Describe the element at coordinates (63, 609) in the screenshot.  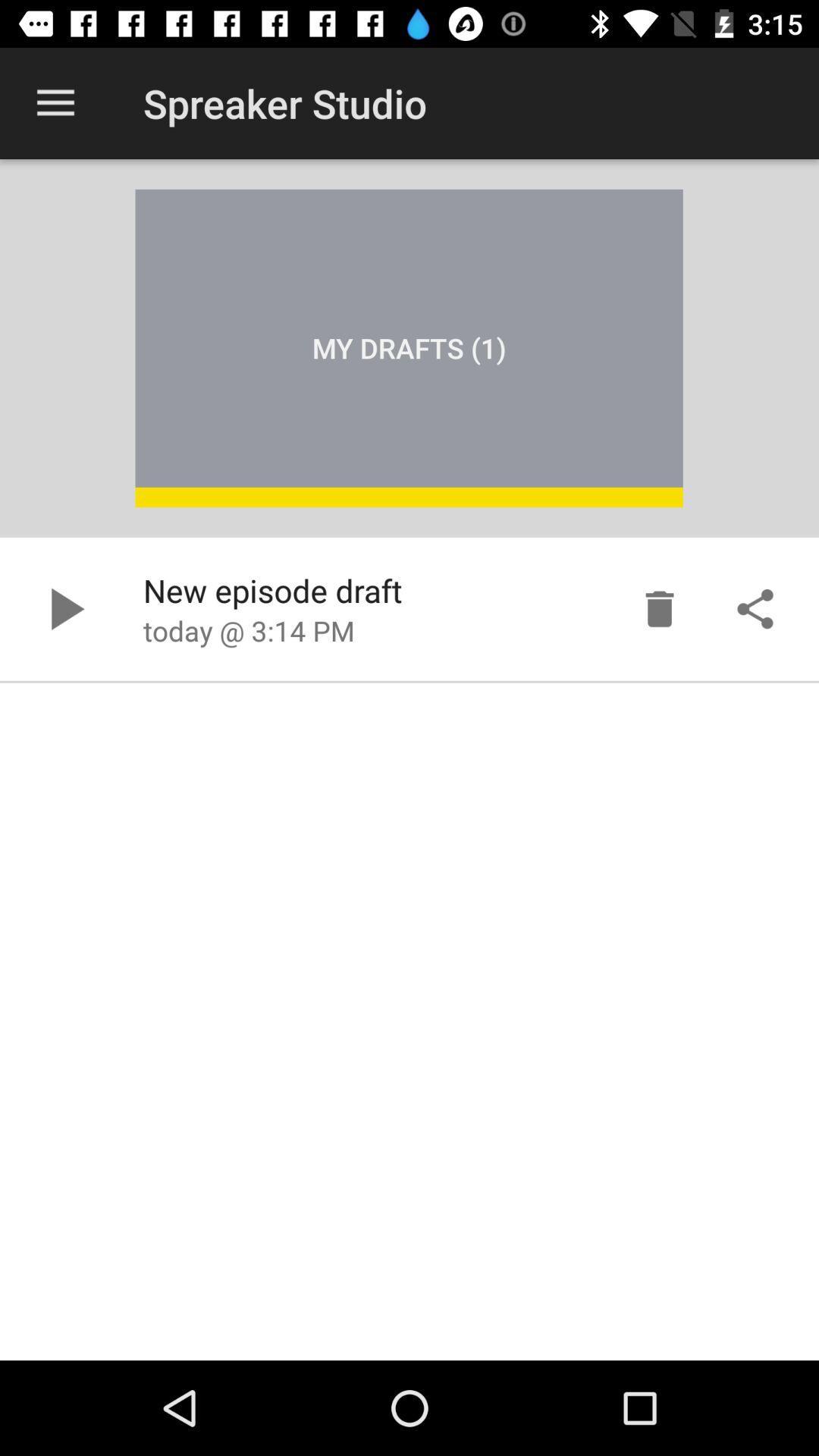
I see `podcast` at that location.